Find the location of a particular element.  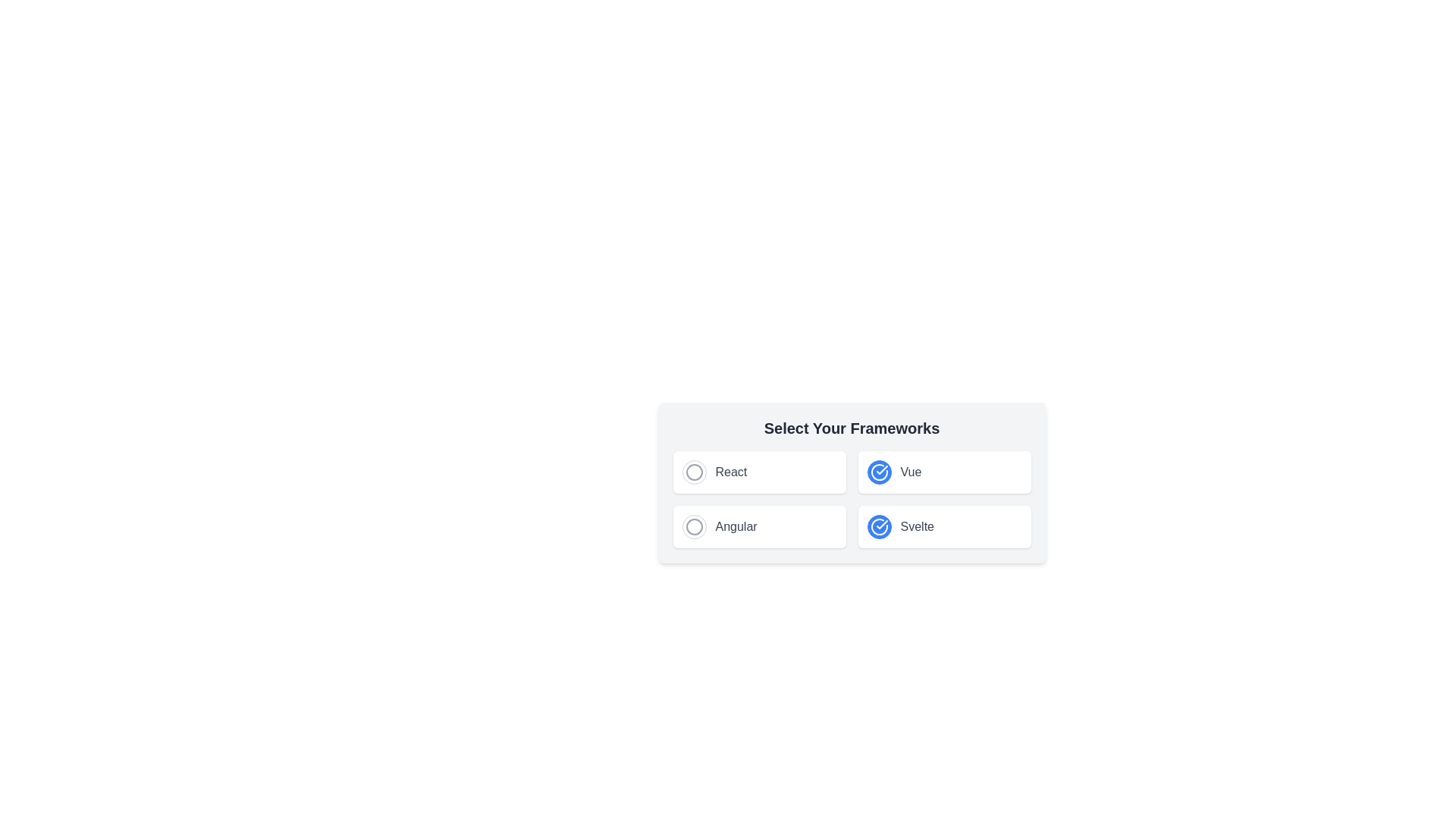

the second card in the grid layout with a white background and a blue checkmark icon for sorting is located at coordinates (943, 472).